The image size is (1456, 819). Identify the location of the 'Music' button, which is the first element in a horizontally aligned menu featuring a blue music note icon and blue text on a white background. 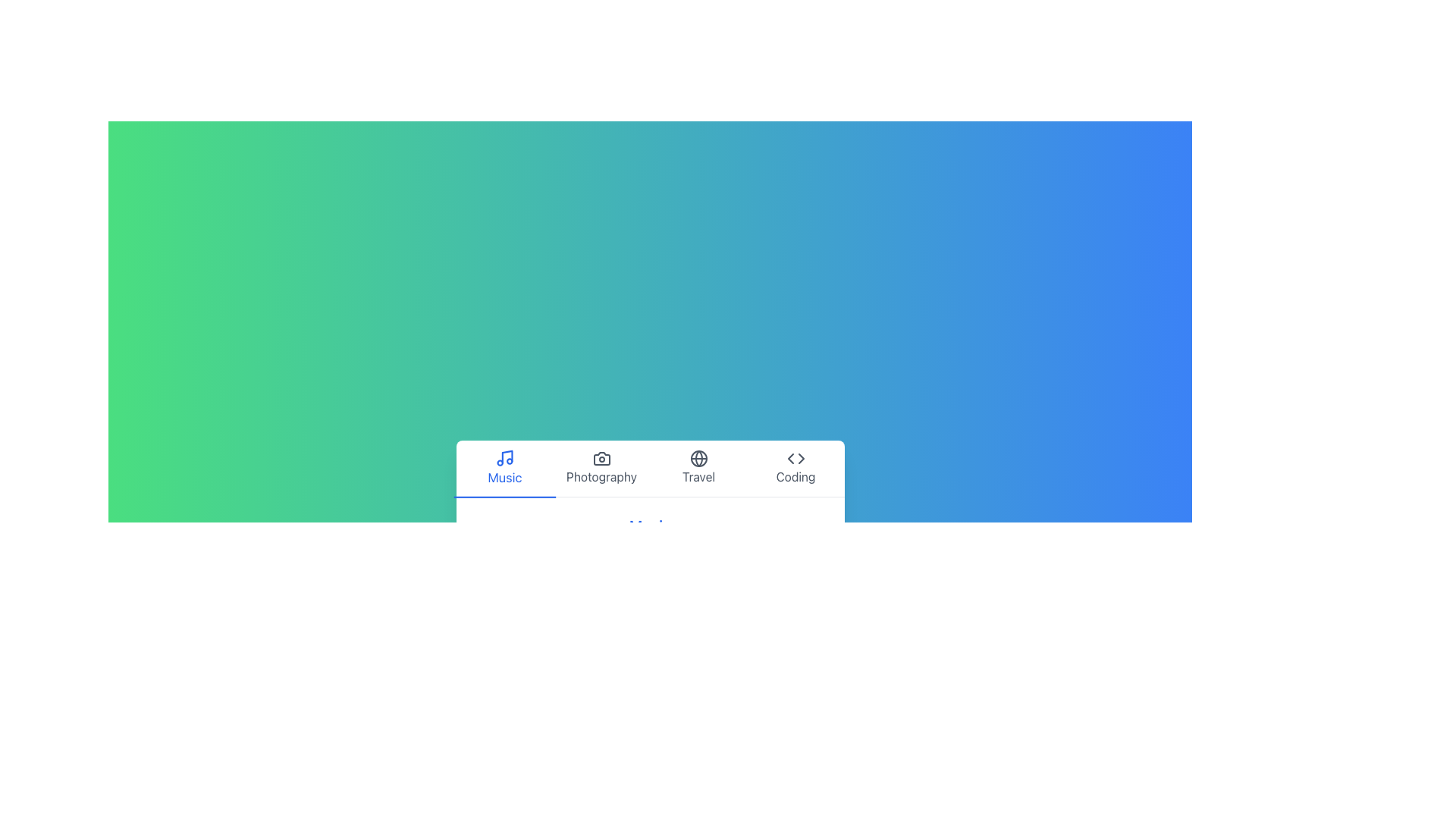
(504, 467).